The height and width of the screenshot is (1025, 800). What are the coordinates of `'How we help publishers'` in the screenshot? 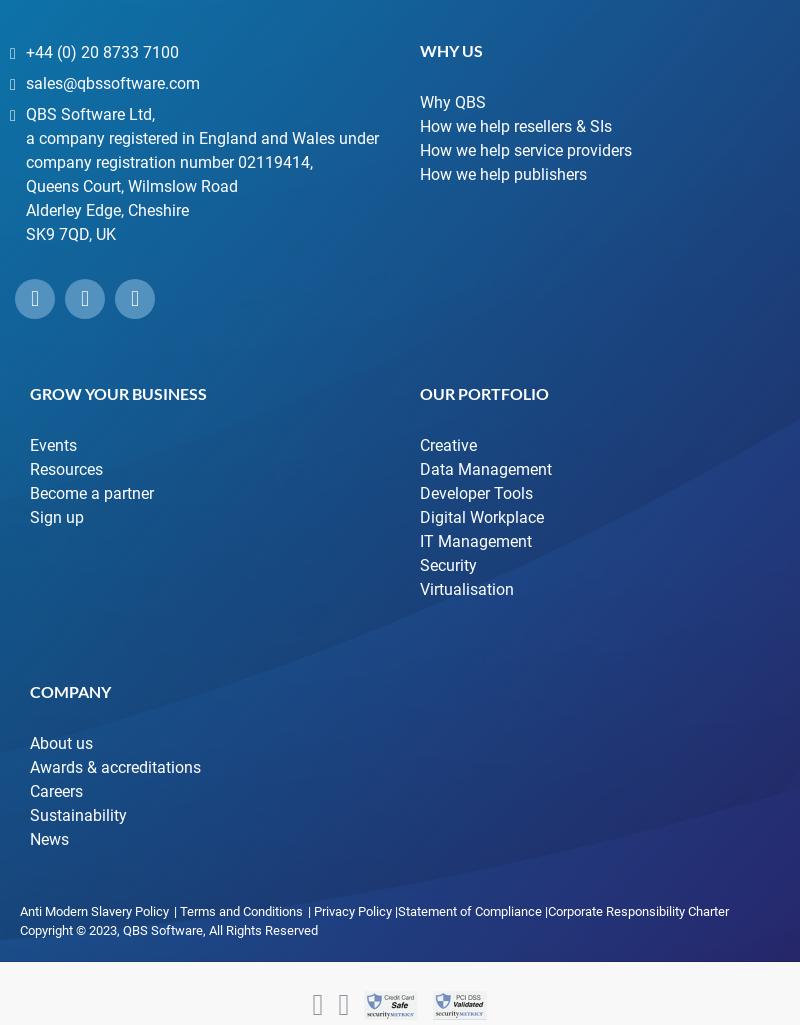 It's located at (502, 172).